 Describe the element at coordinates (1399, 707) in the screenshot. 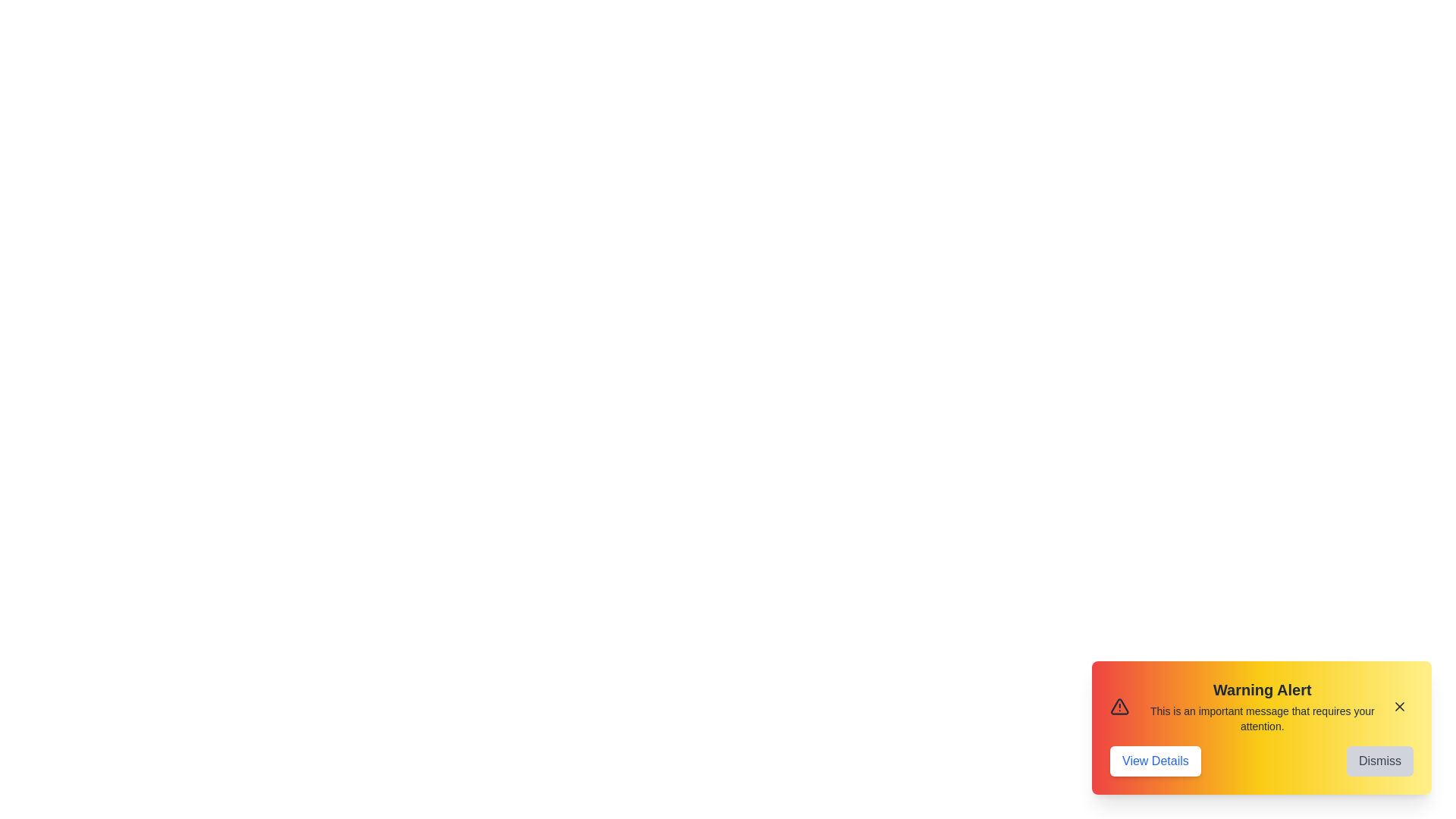

I see `the 'X' button to observe its hover effect` at that location.